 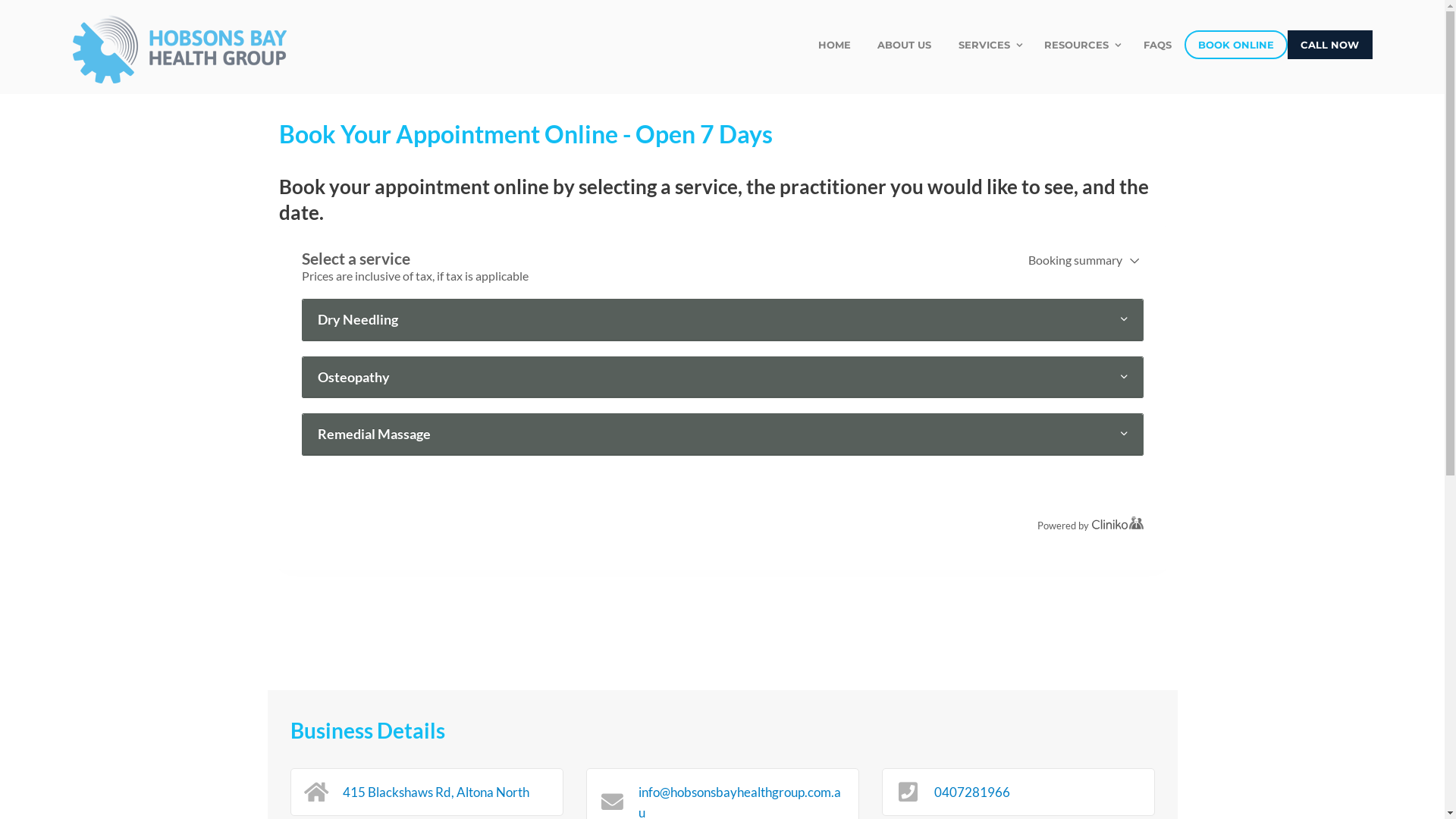 I want to click on 'FAQS', so click(x=1156, y=43).